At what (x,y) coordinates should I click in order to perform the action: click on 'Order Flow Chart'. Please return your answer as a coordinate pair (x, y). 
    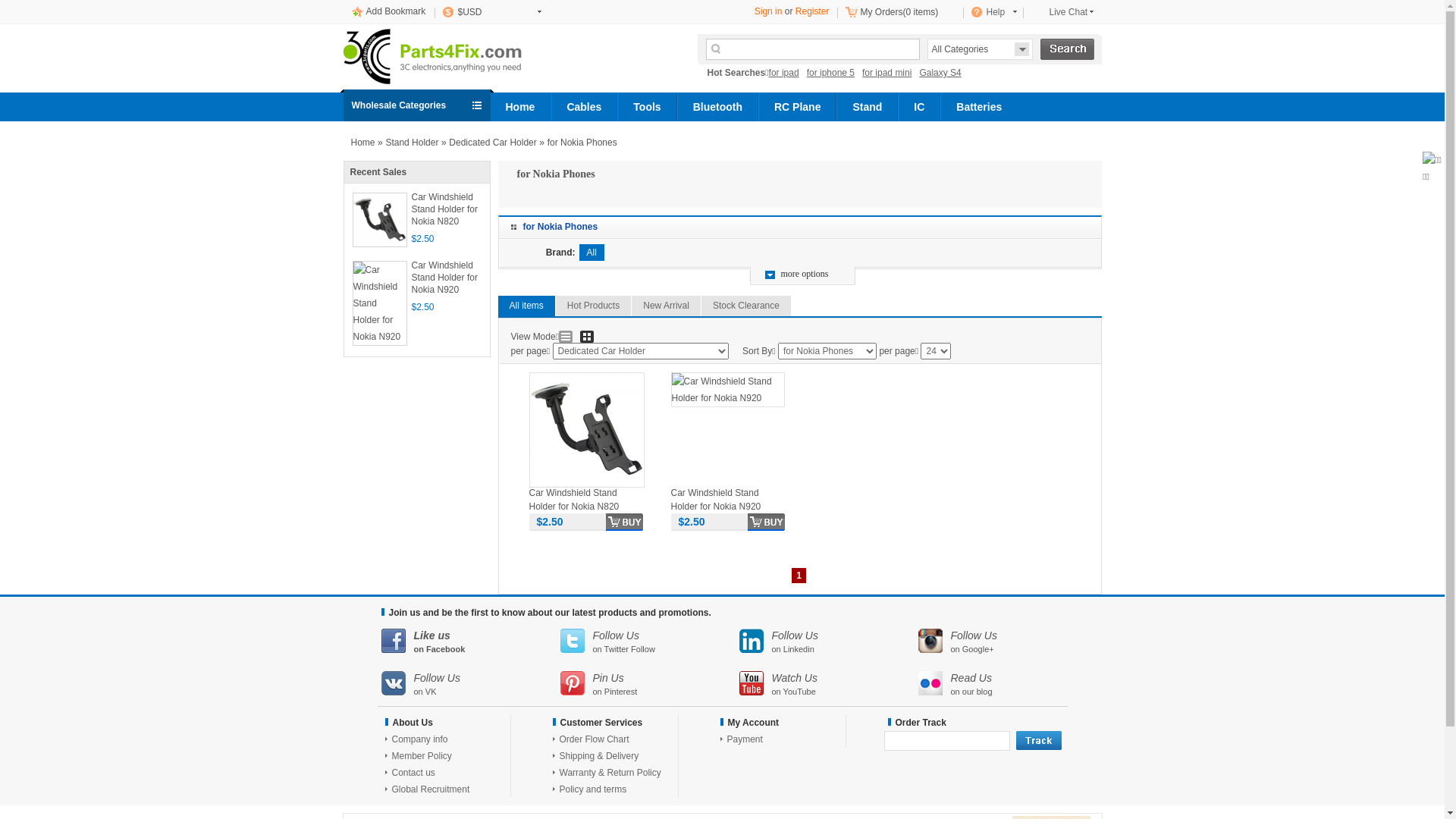
    Looking at the image, I should click on (593, 739).